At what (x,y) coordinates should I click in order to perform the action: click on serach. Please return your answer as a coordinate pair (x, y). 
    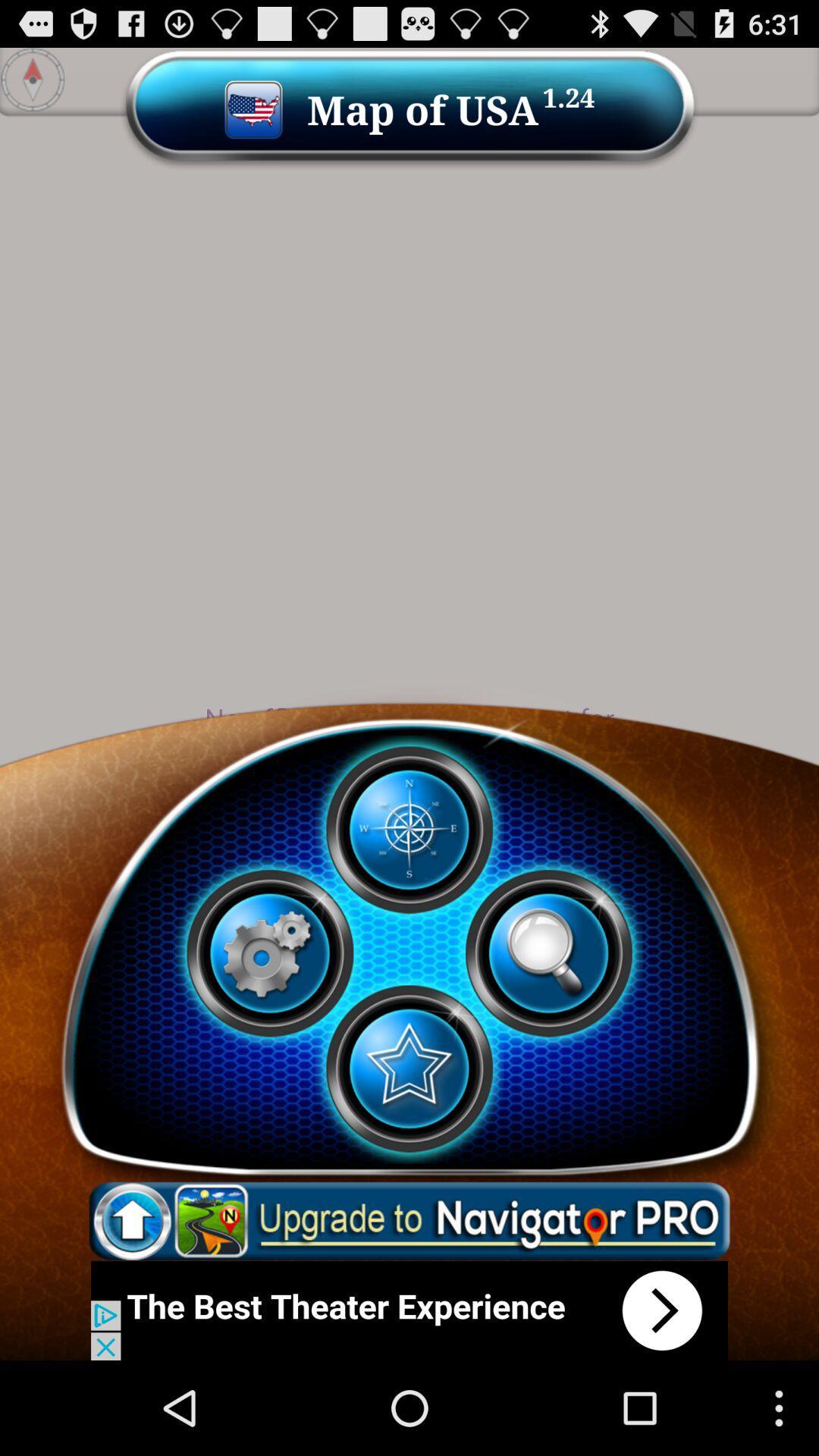
    Looking at the image, I should click on (548, 952).